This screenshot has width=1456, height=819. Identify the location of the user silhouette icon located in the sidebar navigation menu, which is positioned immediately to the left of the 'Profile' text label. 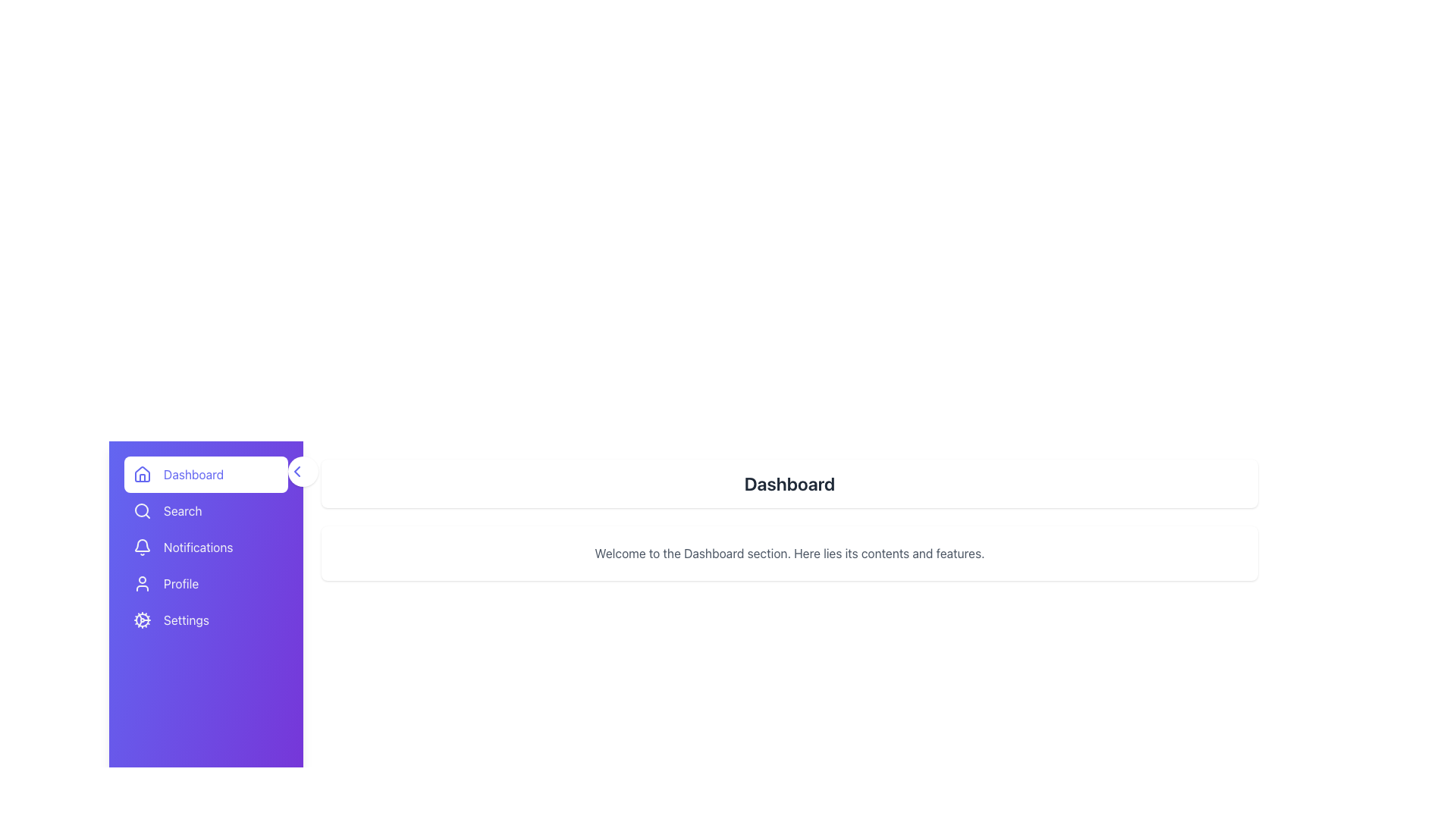
(142, 583).